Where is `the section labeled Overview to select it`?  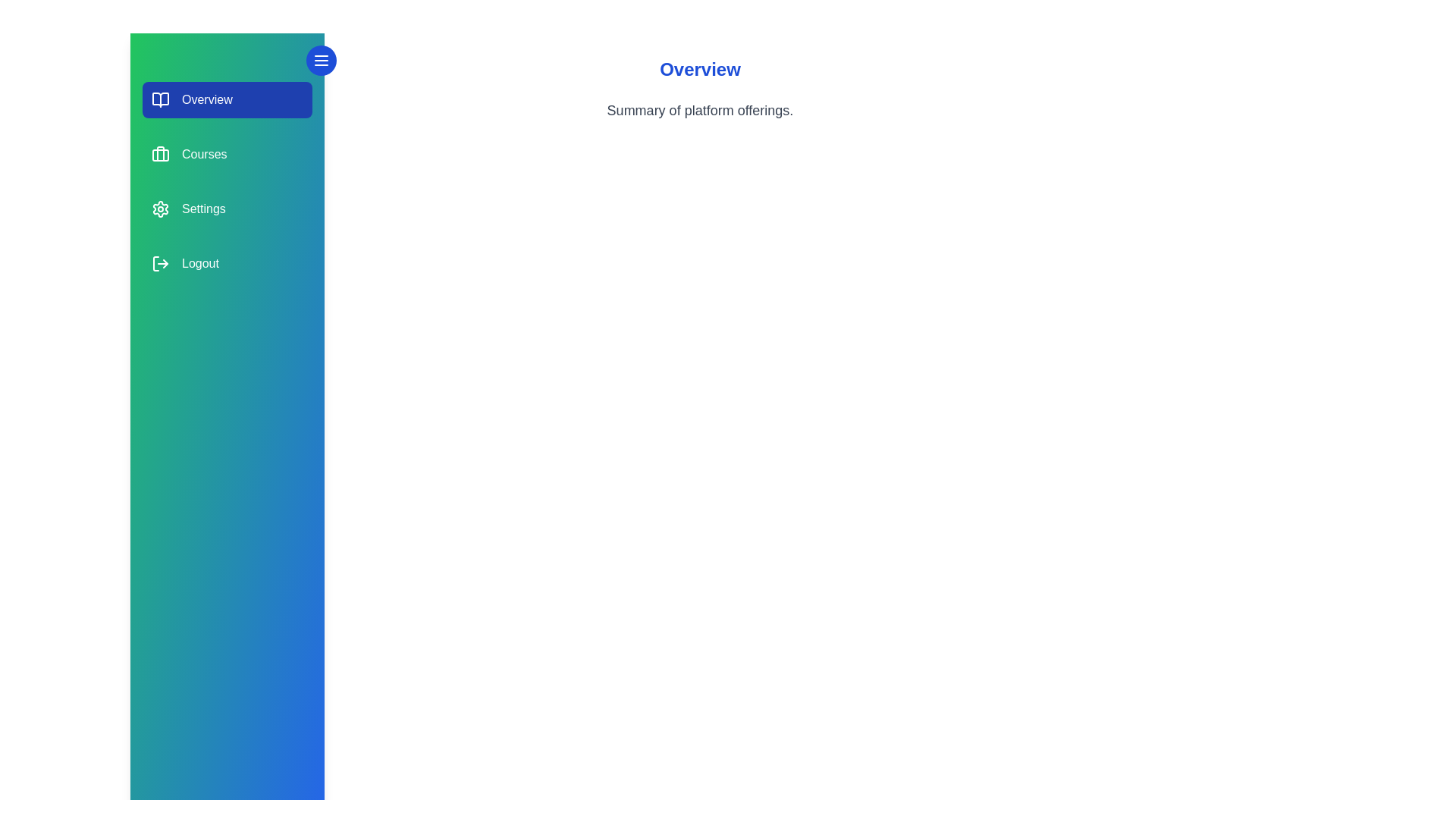
the section labeled Overview to select it is located at coordinates (226, 99).